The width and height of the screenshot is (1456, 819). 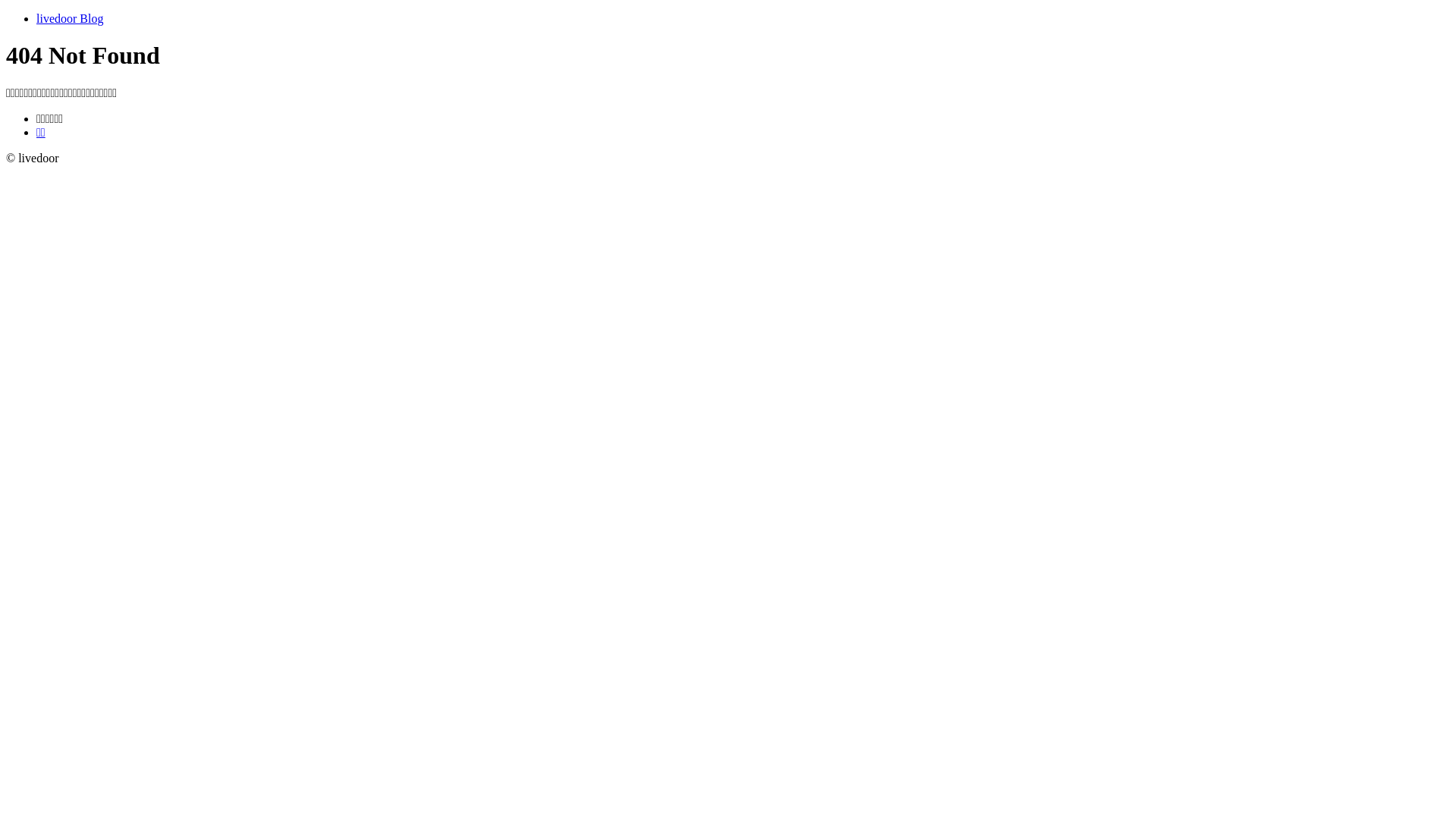 I want to click on 'livedoor Blog', so click(x=68, y=18).